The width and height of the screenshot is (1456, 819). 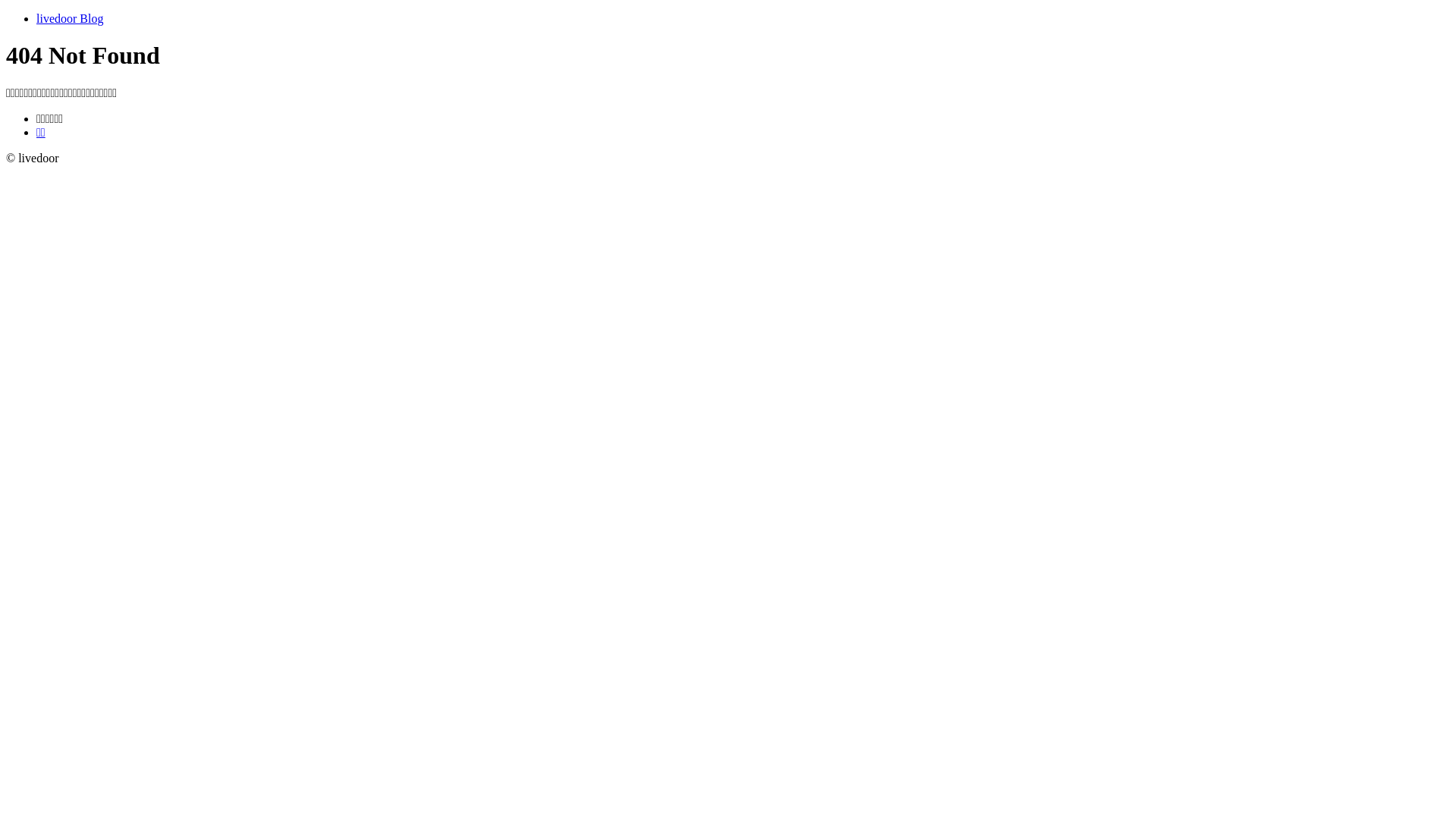 I want to click on 'livedoor Blog', so click(x=68, y=18).